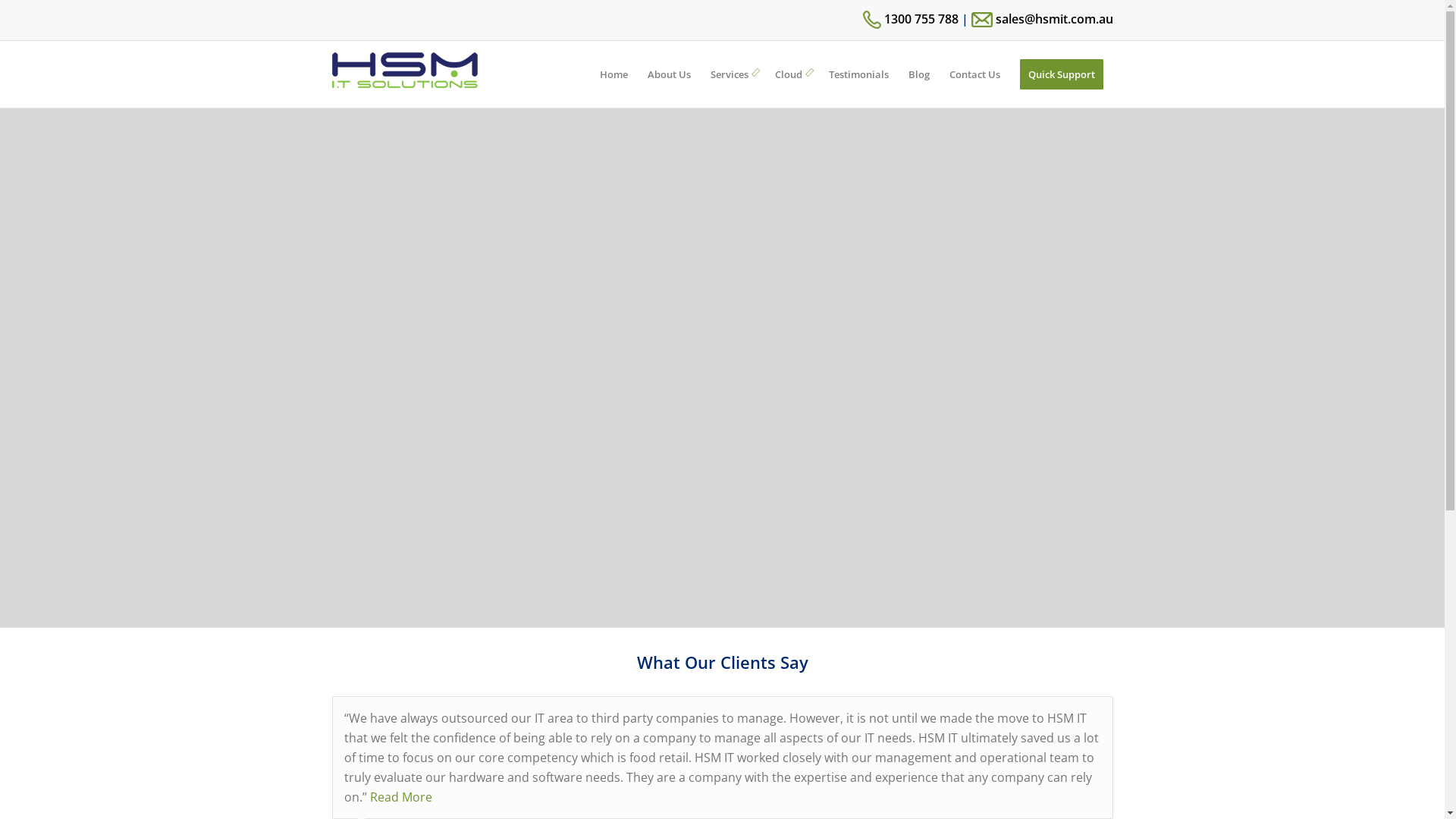  Describe the element at coordinates (974, 74) in the screenshot. I see `'Contact Us'` at that location.